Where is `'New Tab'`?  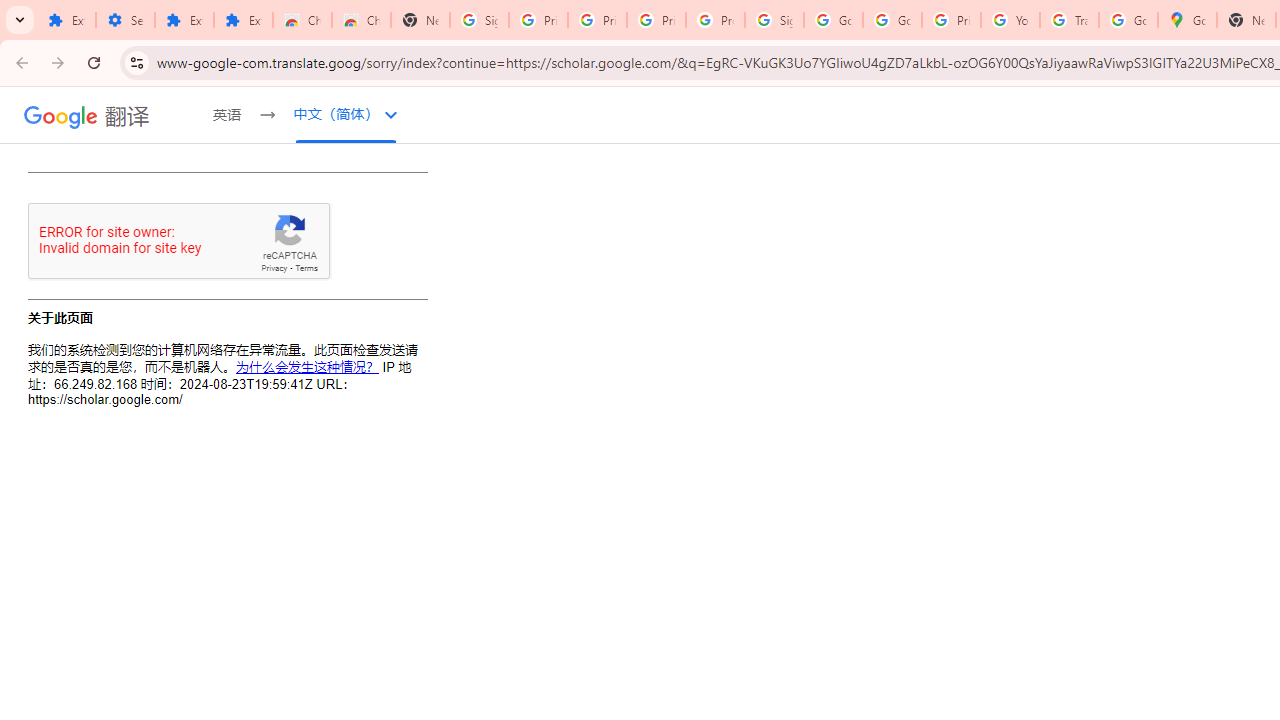 'New Tab' is located at coordinates (419, 20).